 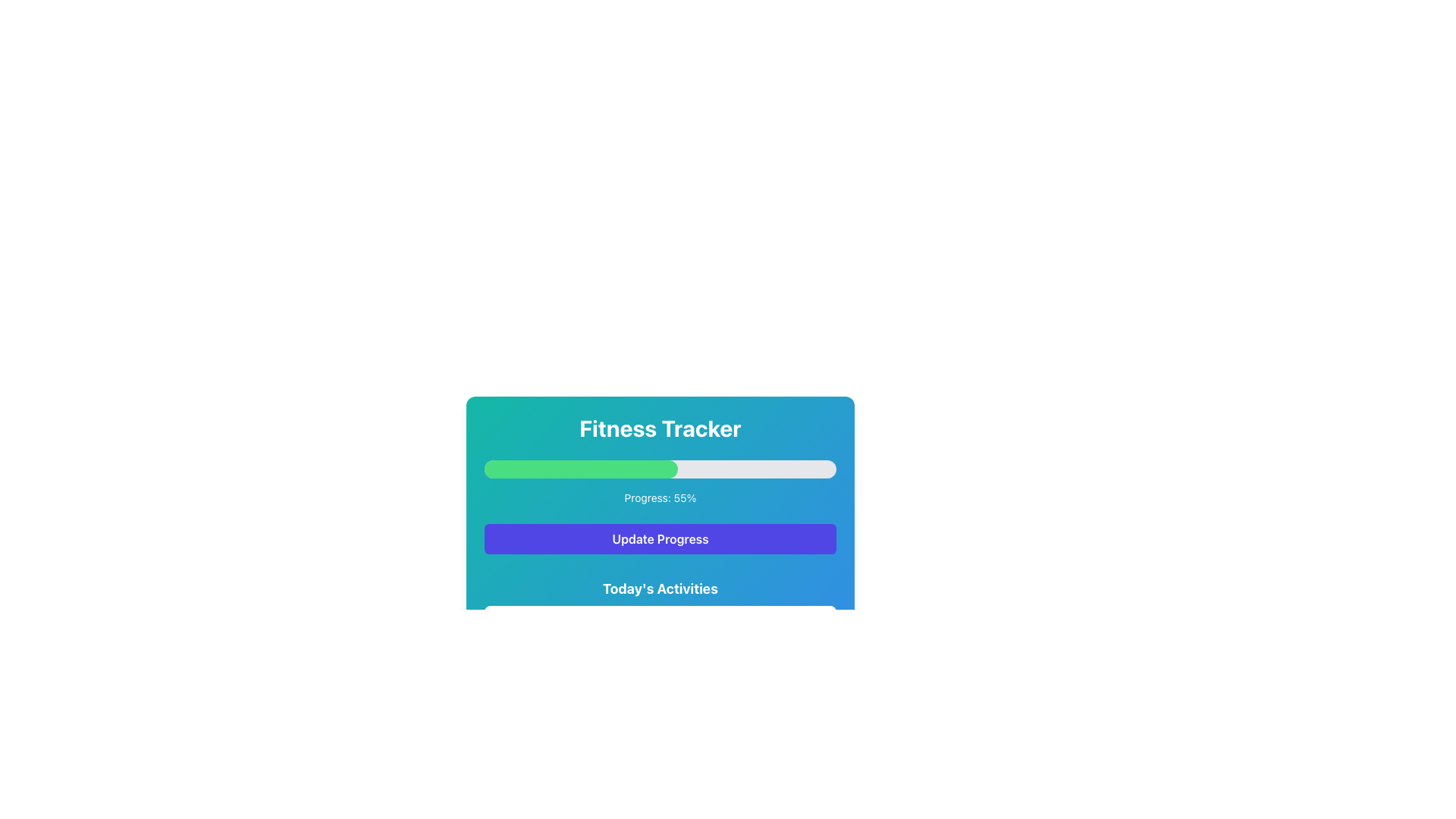 I want to click on the section header label that organizes the day's activities, which is positioned centrally above the list of activities, so click(x=660, y=588).